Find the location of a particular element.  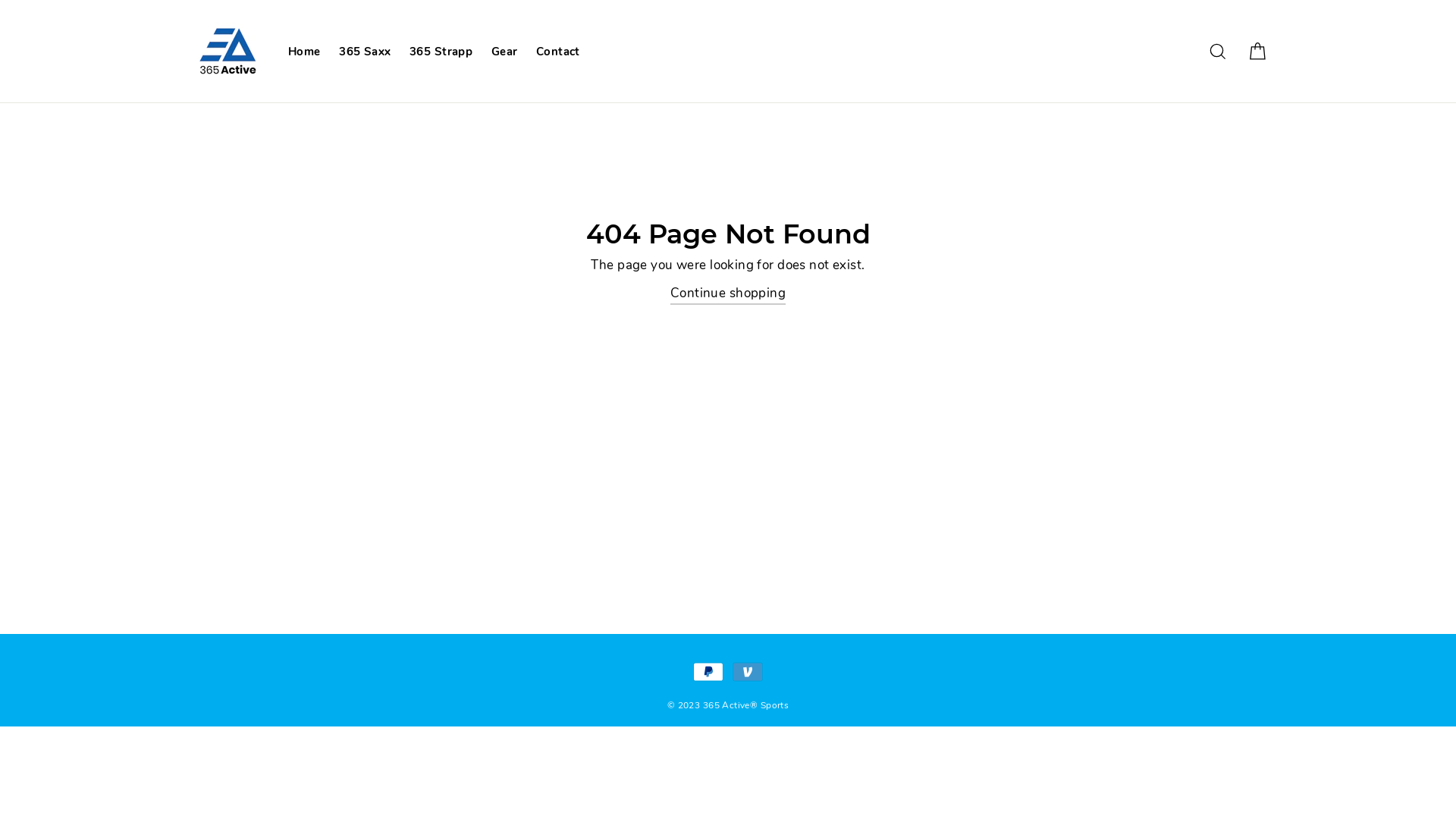

'365 Saxx' is located at coordinates (364, 50).